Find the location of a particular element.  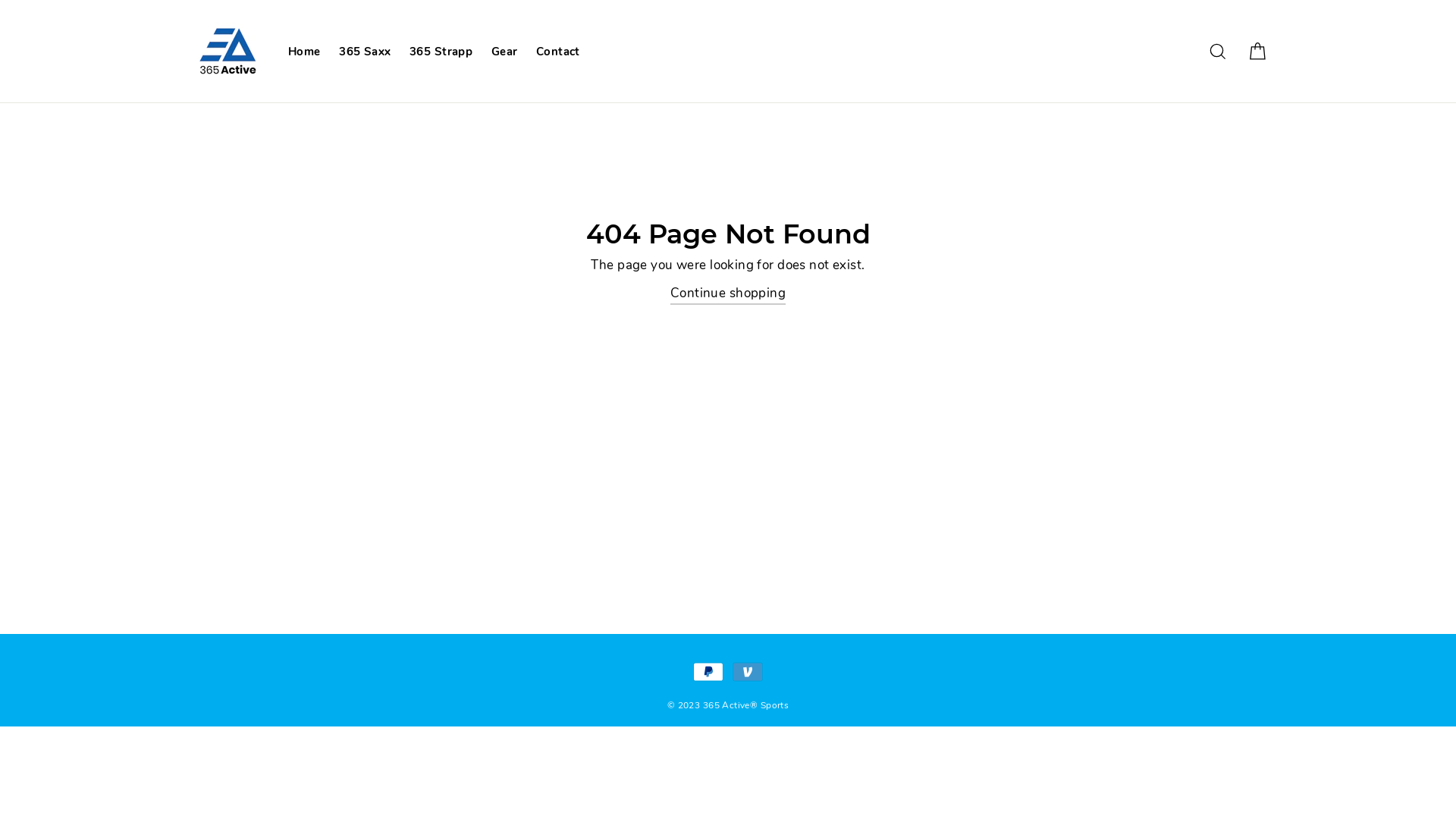

'365 Saxx' is located at coordinates (364, 50).